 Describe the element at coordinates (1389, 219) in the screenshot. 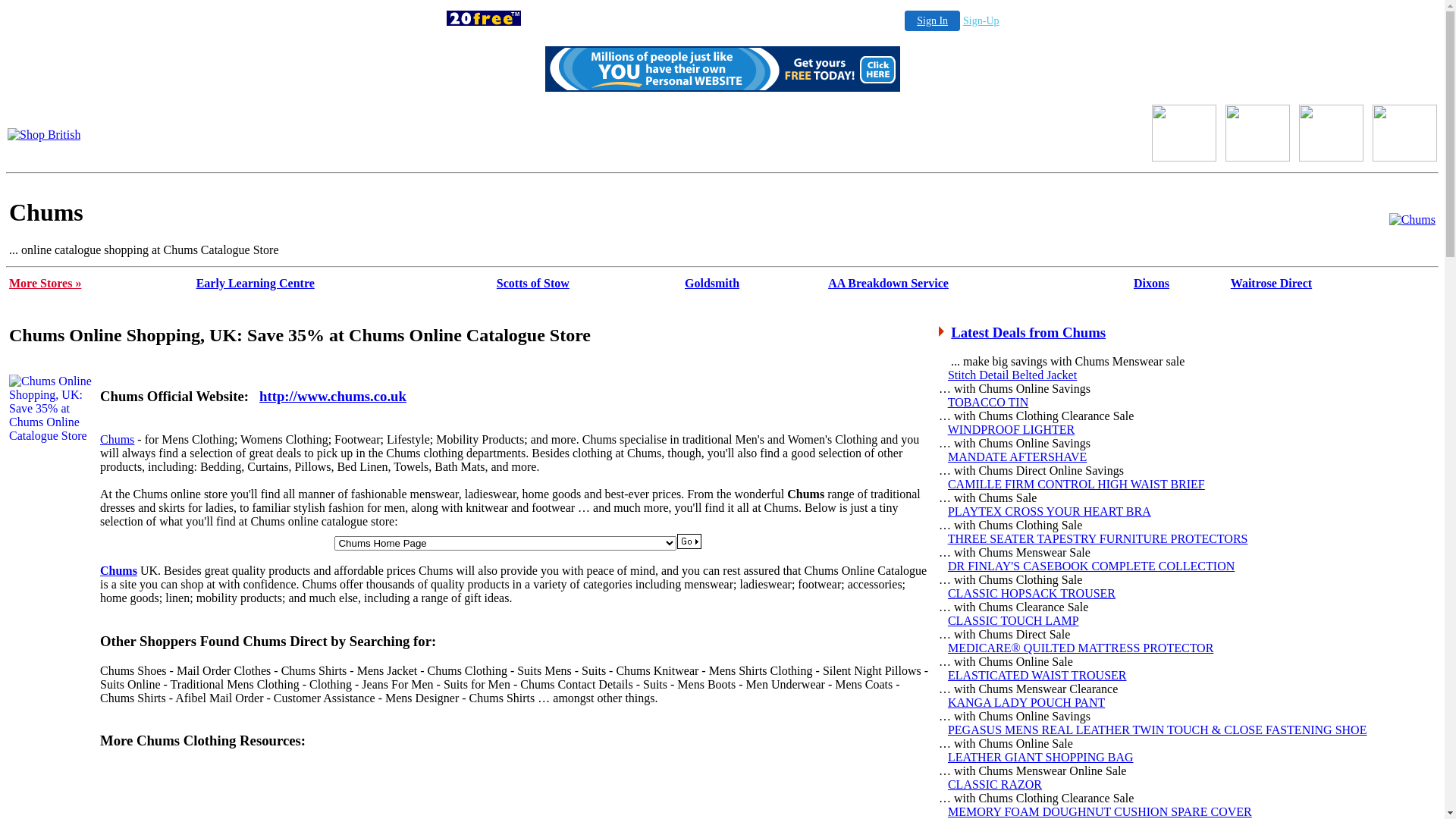

I see `'Chums'` at that location.